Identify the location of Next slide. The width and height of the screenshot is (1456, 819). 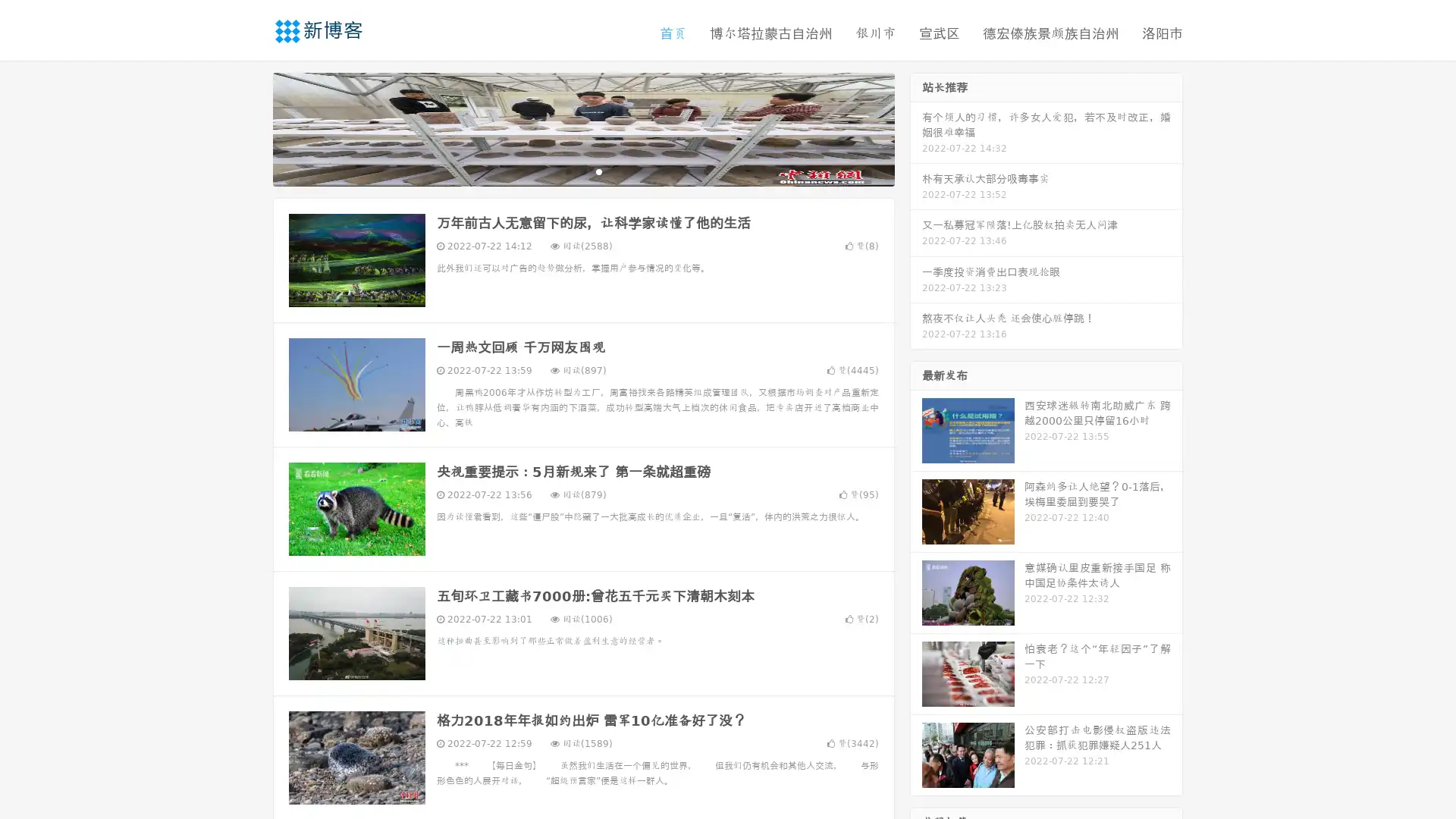
(916, 127).